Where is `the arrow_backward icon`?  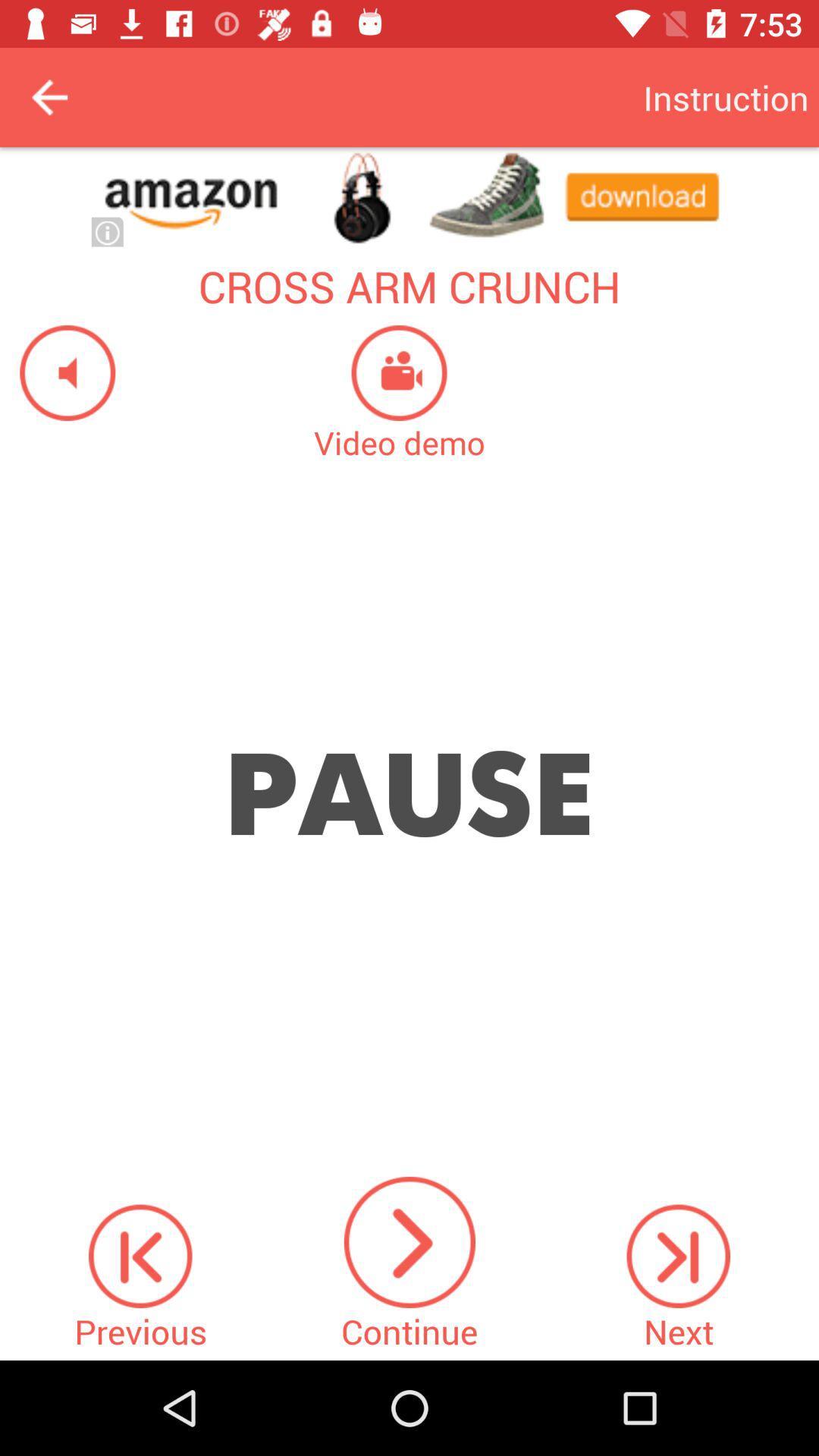
the arrow_backward icon is located at coordinates (49, 96).